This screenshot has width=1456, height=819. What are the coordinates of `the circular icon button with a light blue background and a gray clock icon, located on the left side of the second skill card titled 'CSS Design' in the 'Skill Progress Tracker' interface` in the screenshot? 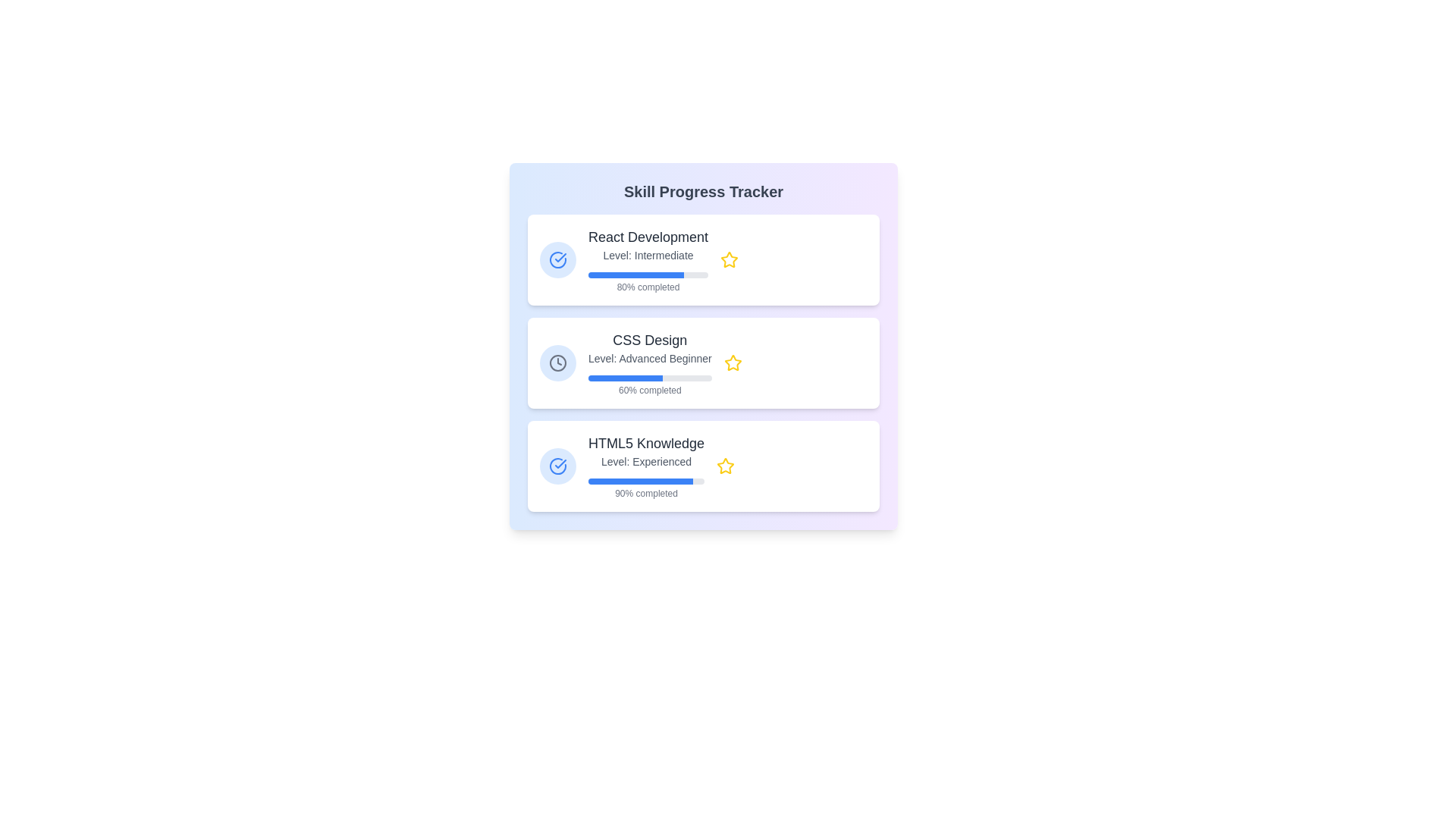 It's located at (557, 362).